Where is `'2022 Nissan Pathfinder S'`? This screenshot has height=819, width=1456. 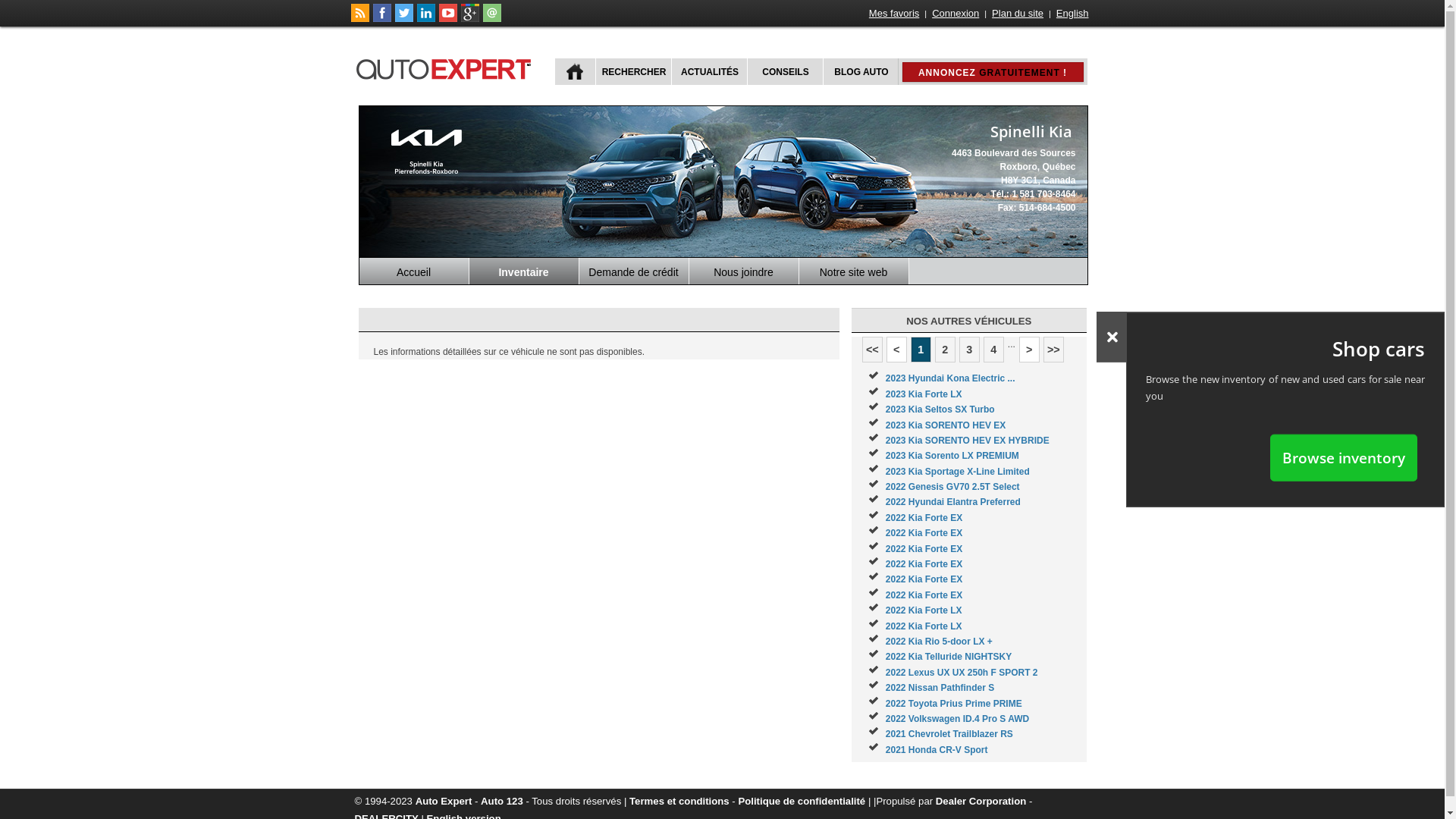
'2022 Nissan Pathfinder S' is located at coordinates (885, 687).